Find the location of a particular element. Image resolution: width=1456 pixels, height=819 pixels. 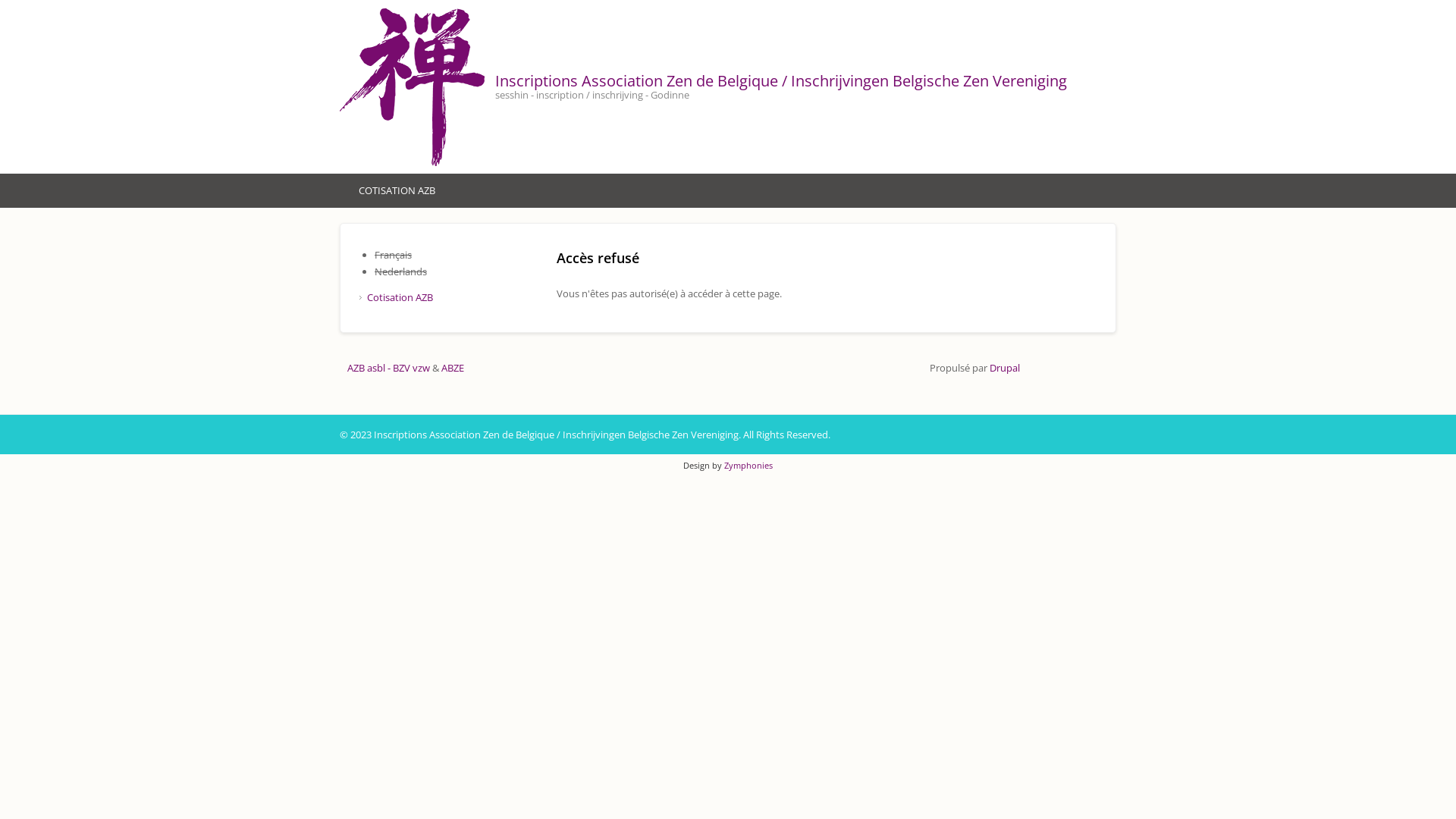

'Drupal' is located at coordinates (1004, 368).